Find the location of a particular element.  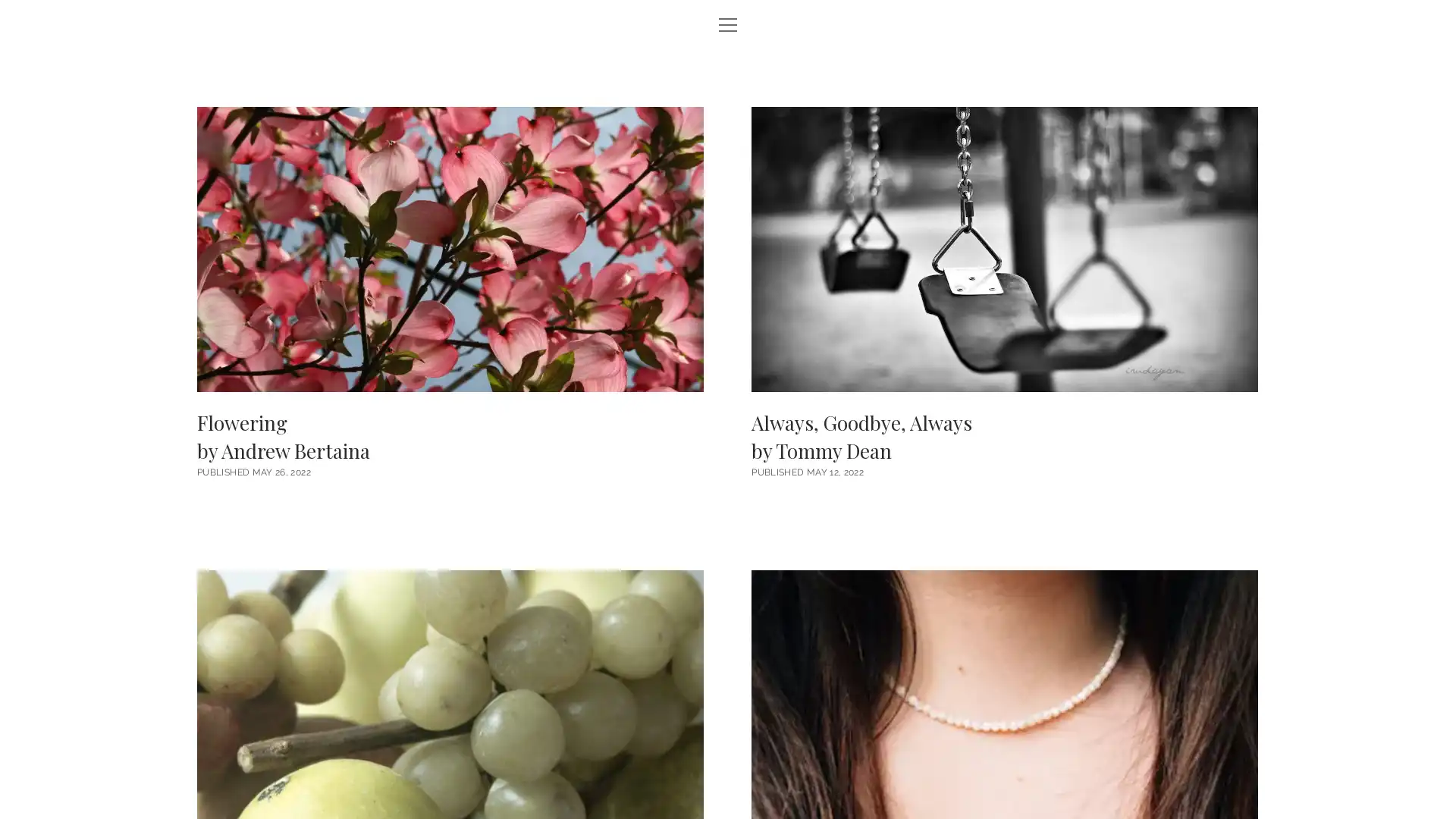

open menu is located at coordinates (728, 26).